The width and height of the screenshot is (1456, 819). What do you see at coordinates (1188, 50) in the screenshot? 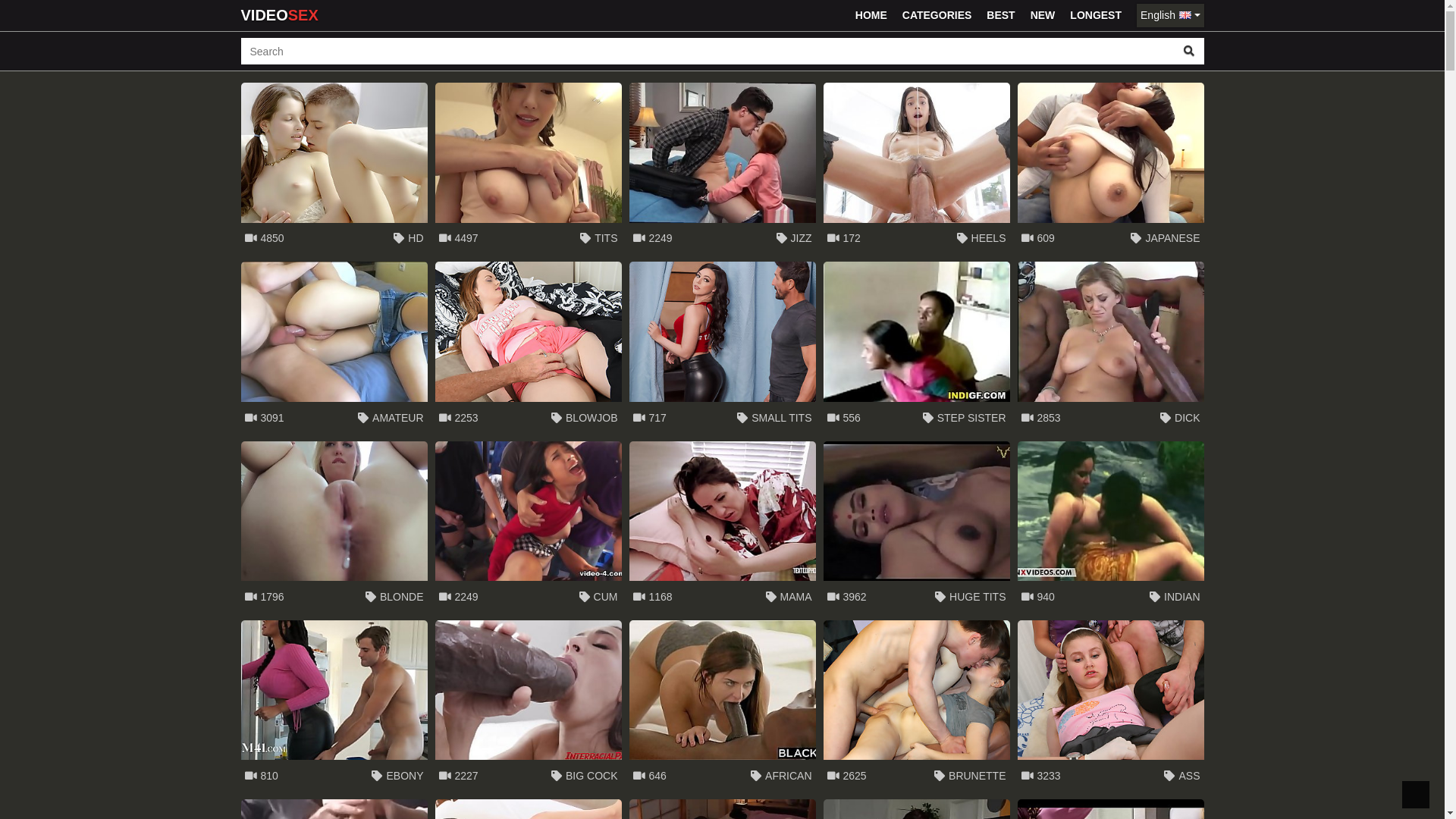
I see `'Search'` at bounding box center [1188, 50].